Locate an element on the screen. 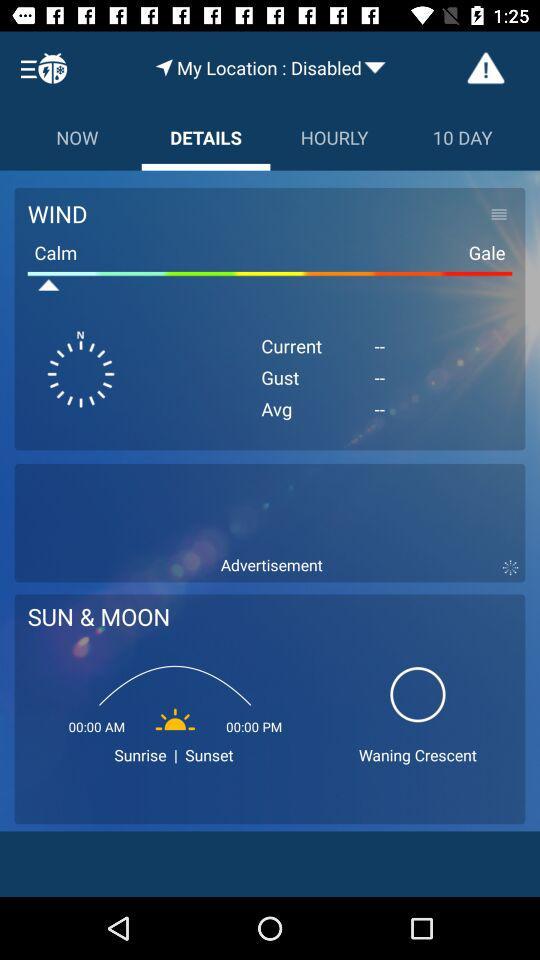 The image size is (540, 960). the icon on the top right corner of the web page is located at coordinates (485, 68).